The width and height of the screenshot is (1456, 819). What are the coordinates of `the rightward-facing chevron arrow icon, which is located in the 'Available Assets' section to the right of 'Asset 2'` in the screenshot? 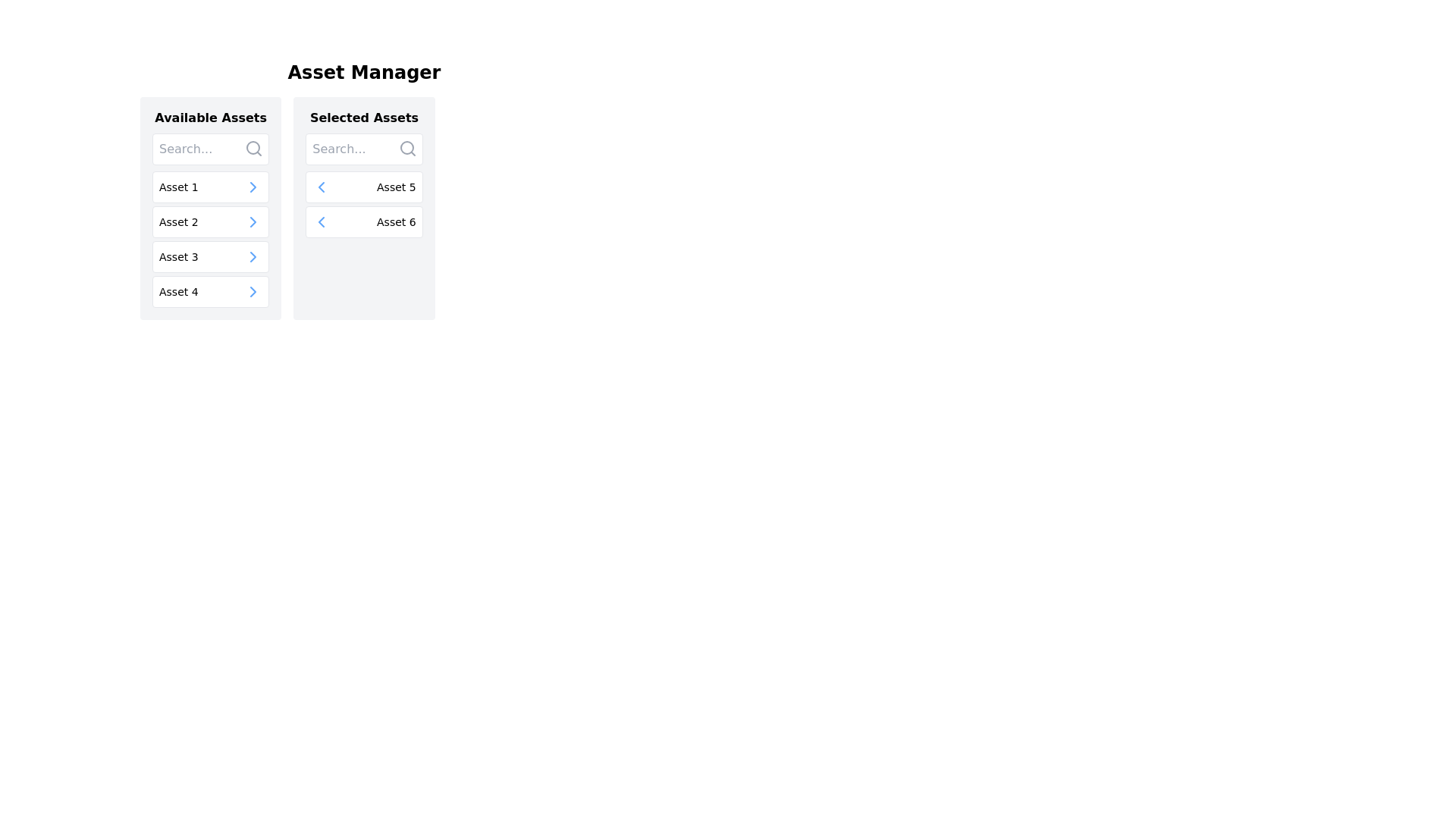 It's located at (253, 222).